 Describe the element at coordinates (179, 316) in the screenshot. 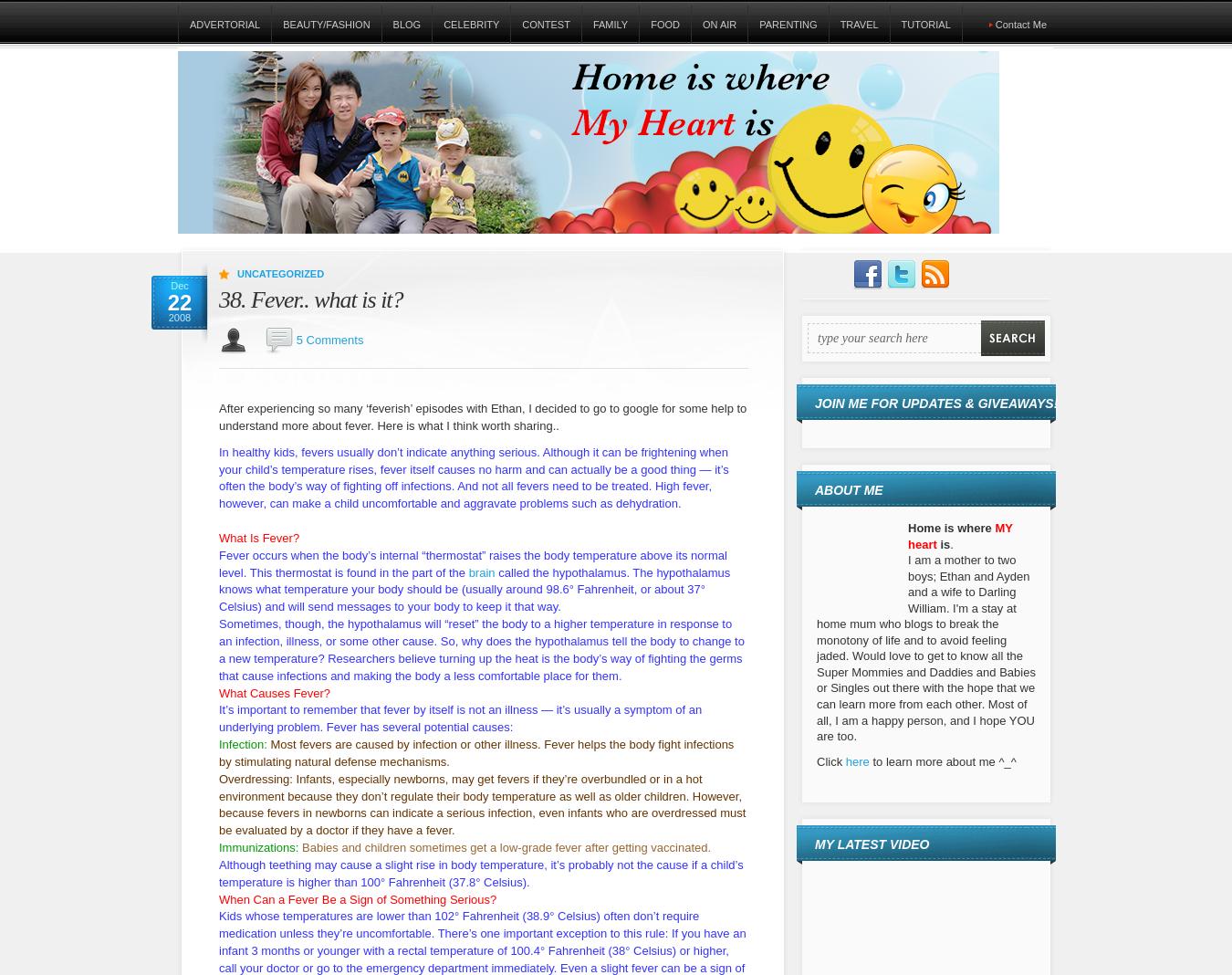

I see `'2008'` at that location.